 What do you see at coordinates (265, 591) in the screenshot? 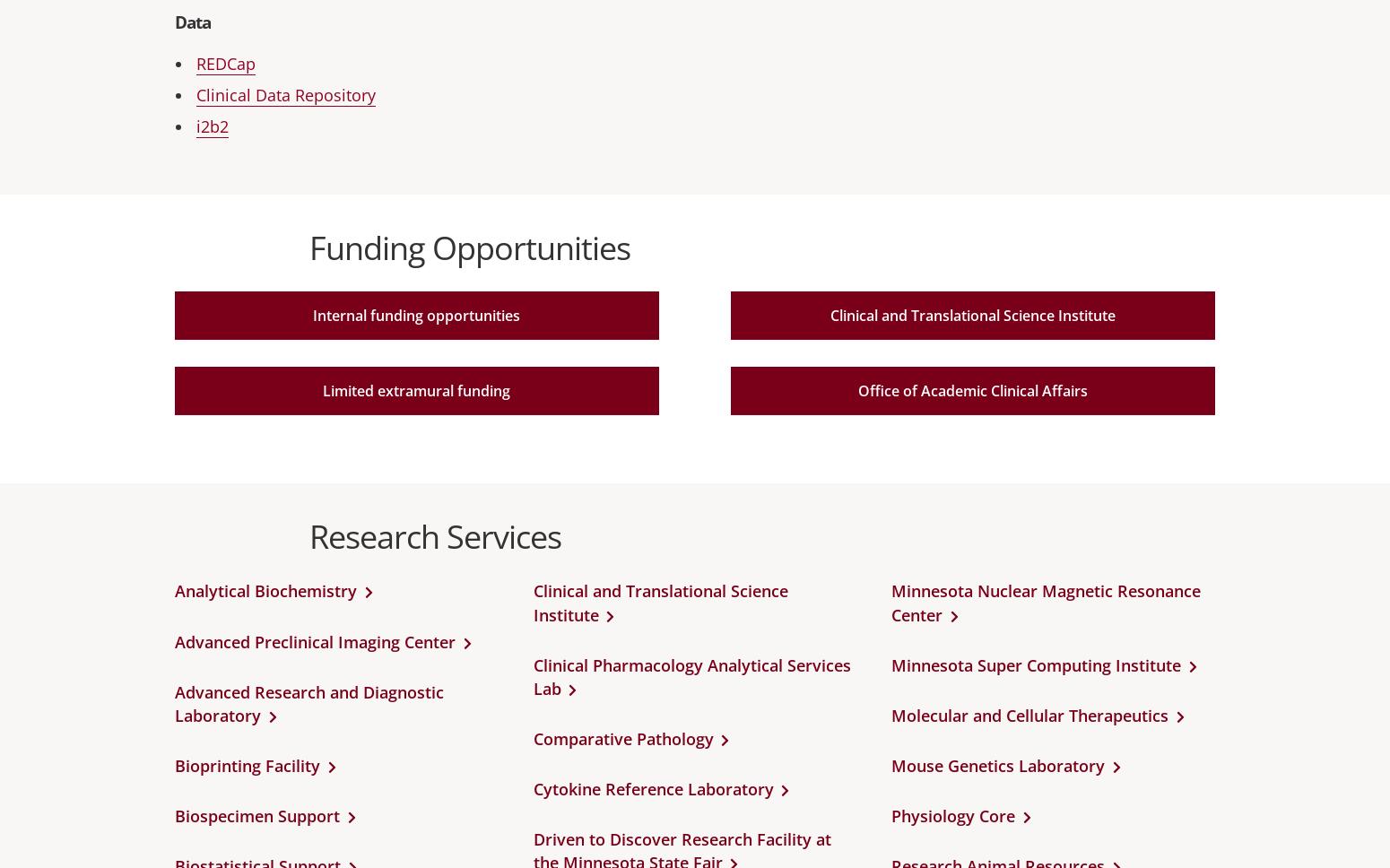
I see `'Analytical Biochemistry'` at bounding box center [265, 591].